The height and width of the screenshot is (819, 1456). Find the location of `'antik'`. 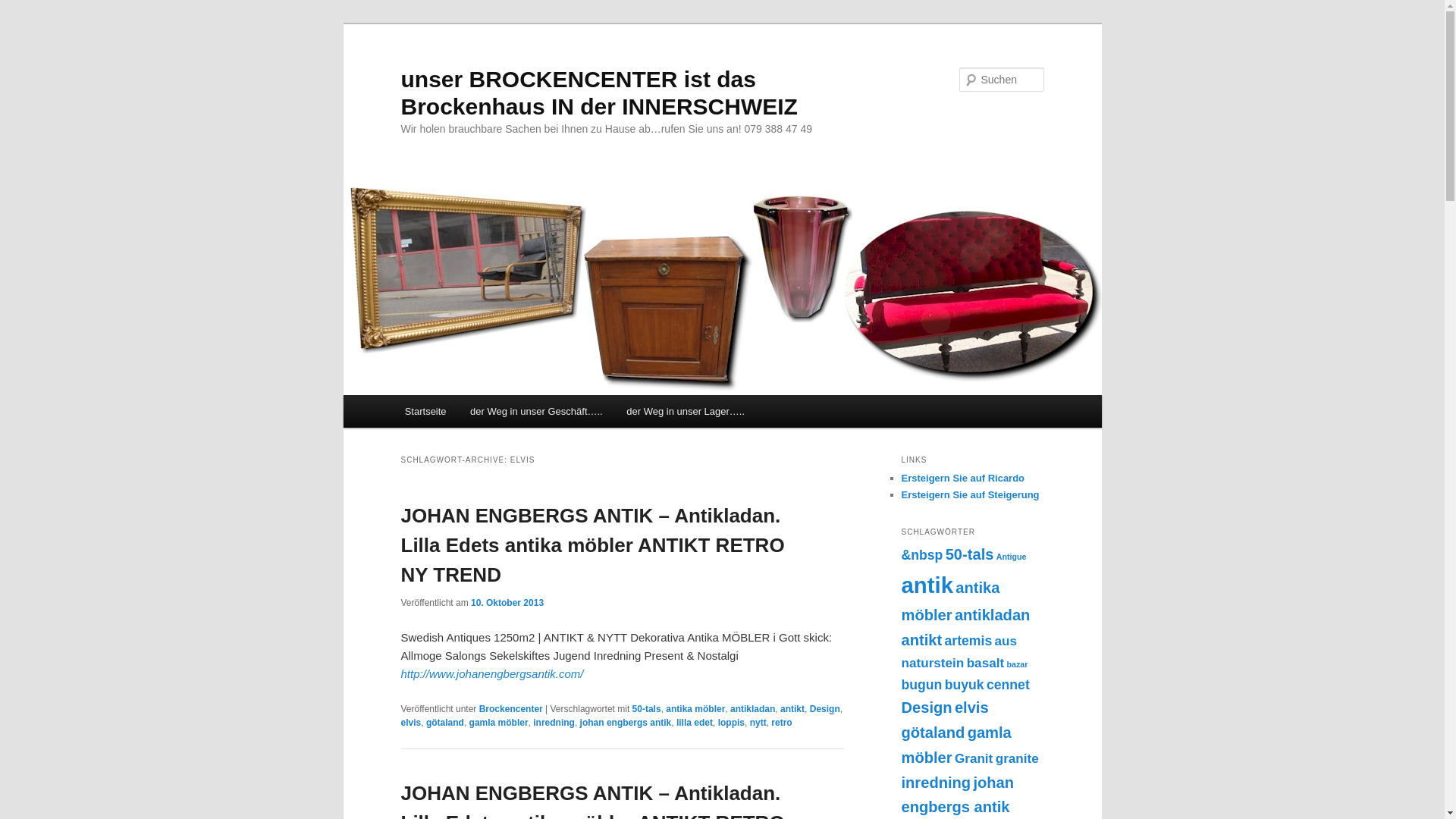

'antik' is located at coordinates (926, 584).